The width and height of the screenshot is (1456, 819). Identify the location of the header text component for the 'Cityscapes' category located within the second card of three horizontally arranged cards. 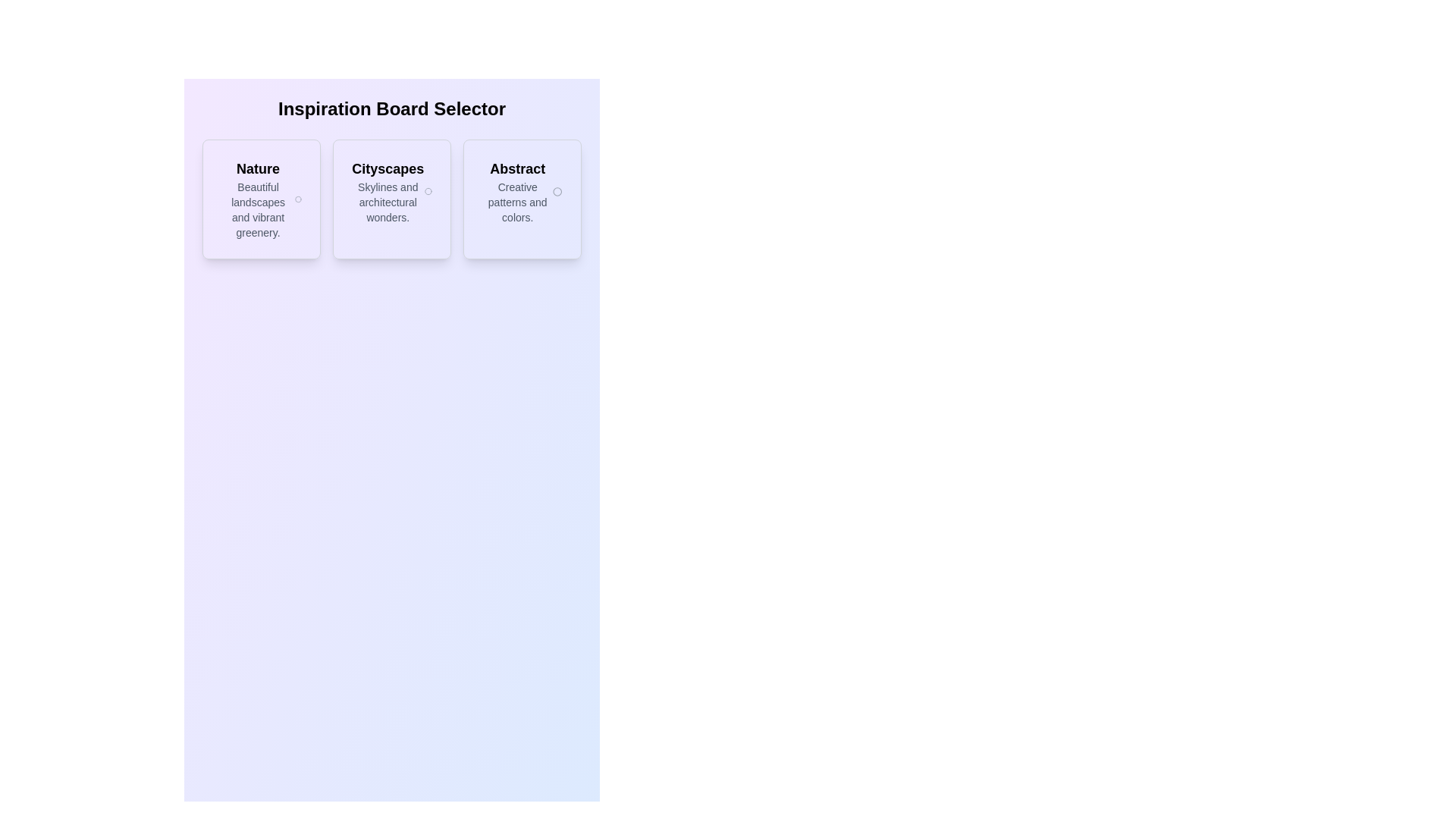
(392, 191).